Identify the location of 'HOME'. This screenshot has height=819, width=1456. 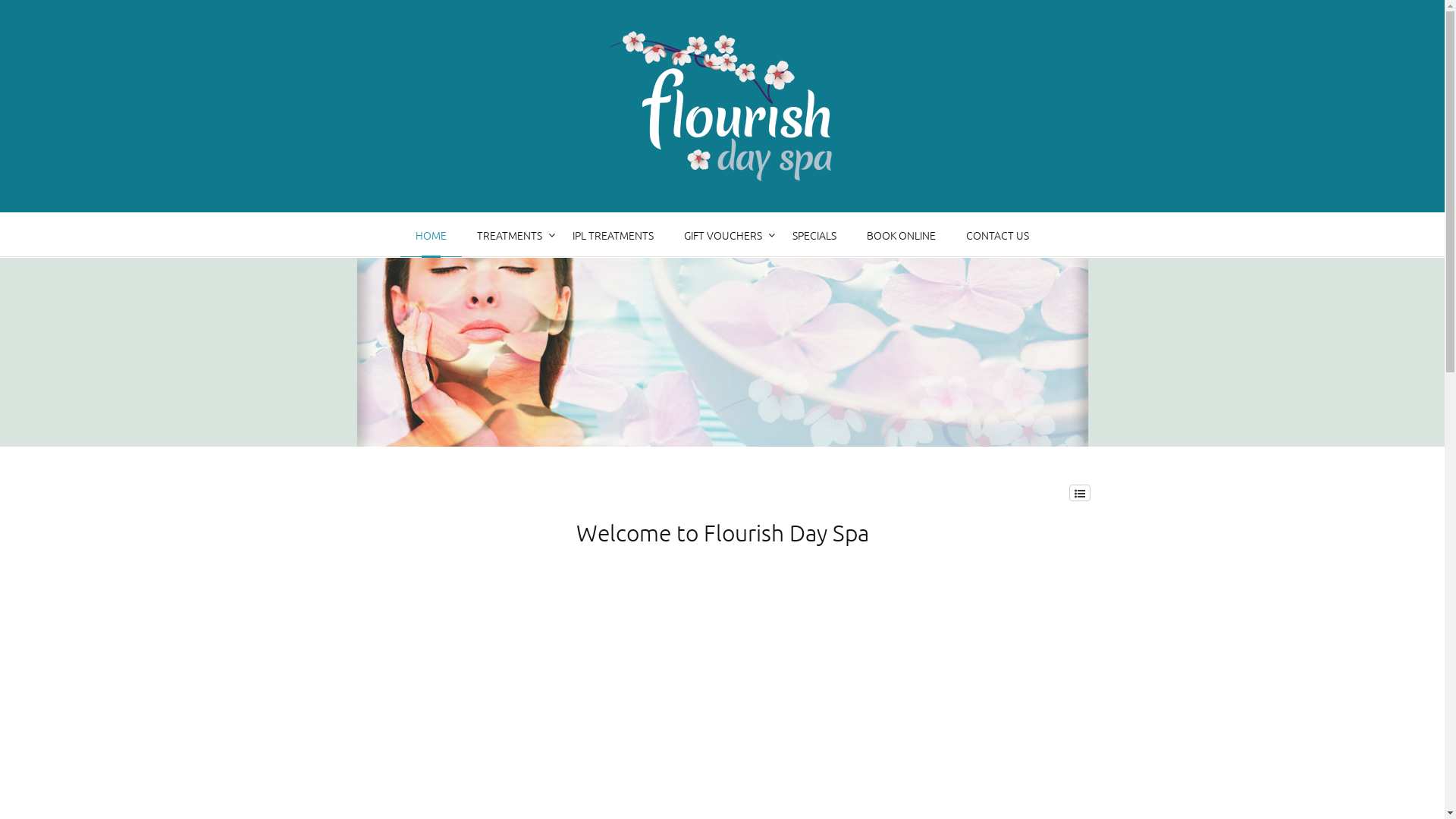
(400, 234).